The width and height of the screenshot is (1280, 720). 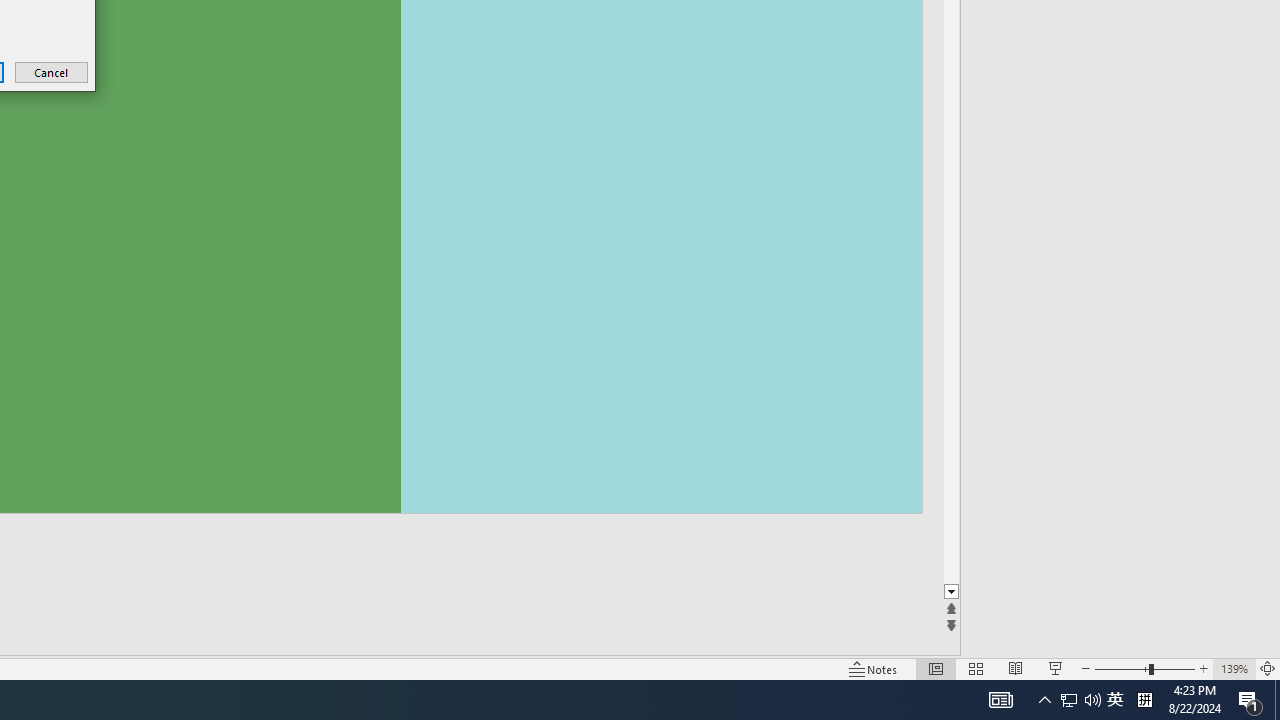 I want to click on 'Zoom', so click(x=1144, y=669).